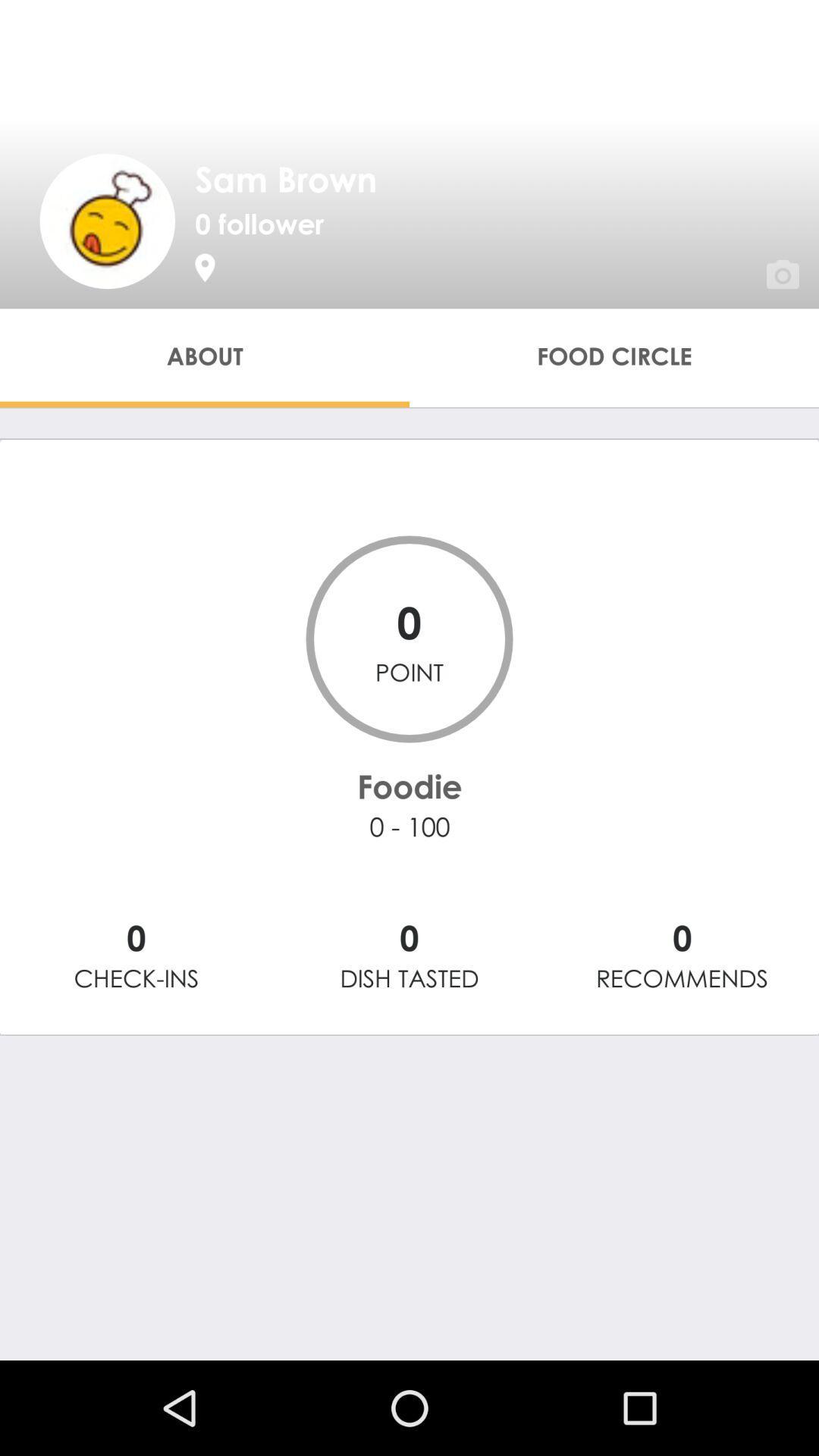  I want to click on the emoji icon, so click(106, 220).